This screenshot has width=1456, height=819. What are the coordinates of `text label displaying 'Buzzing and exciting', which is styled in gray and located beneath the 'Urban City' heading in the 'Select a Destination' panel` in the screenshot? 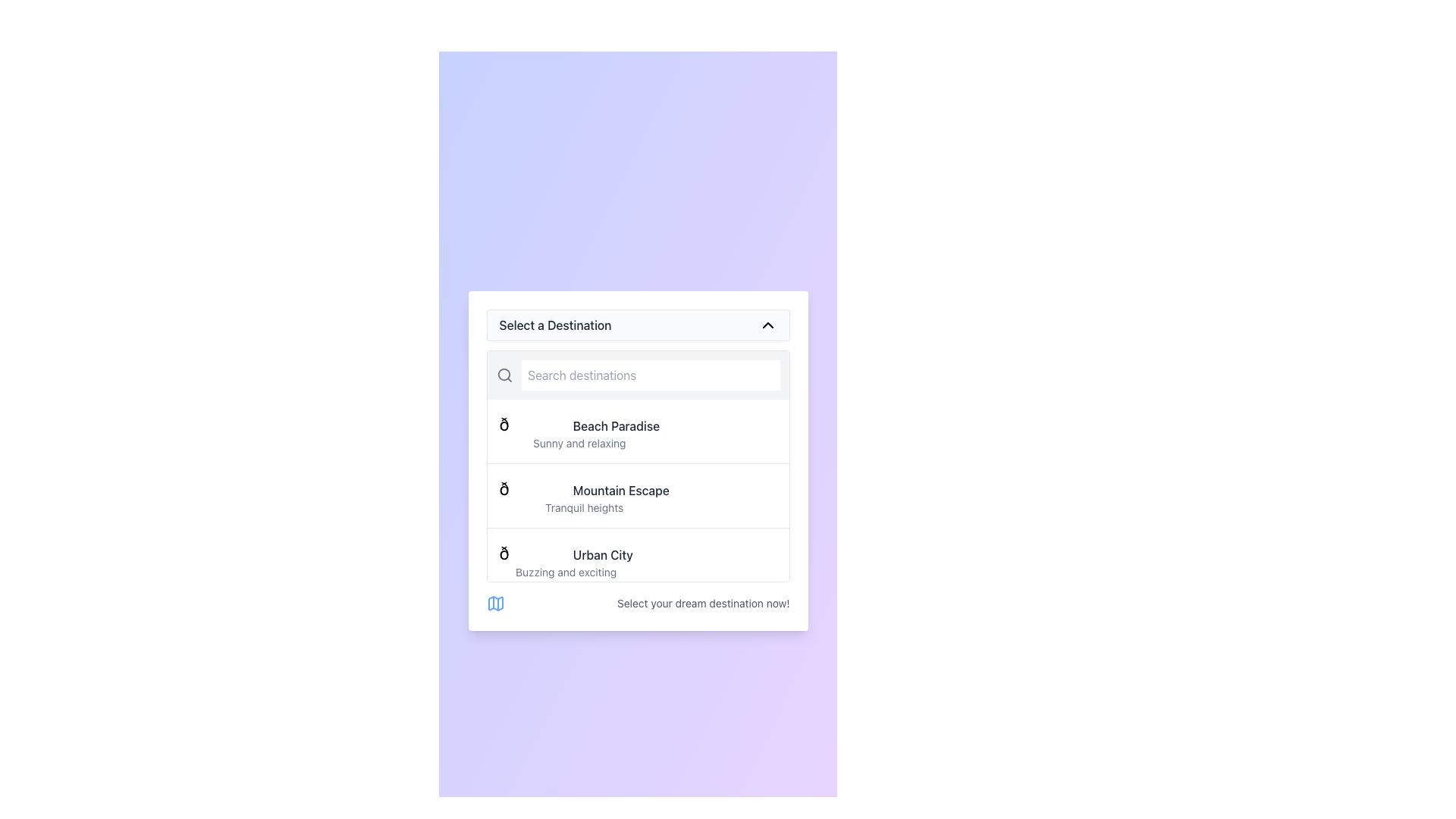 It's located at (565, 573).